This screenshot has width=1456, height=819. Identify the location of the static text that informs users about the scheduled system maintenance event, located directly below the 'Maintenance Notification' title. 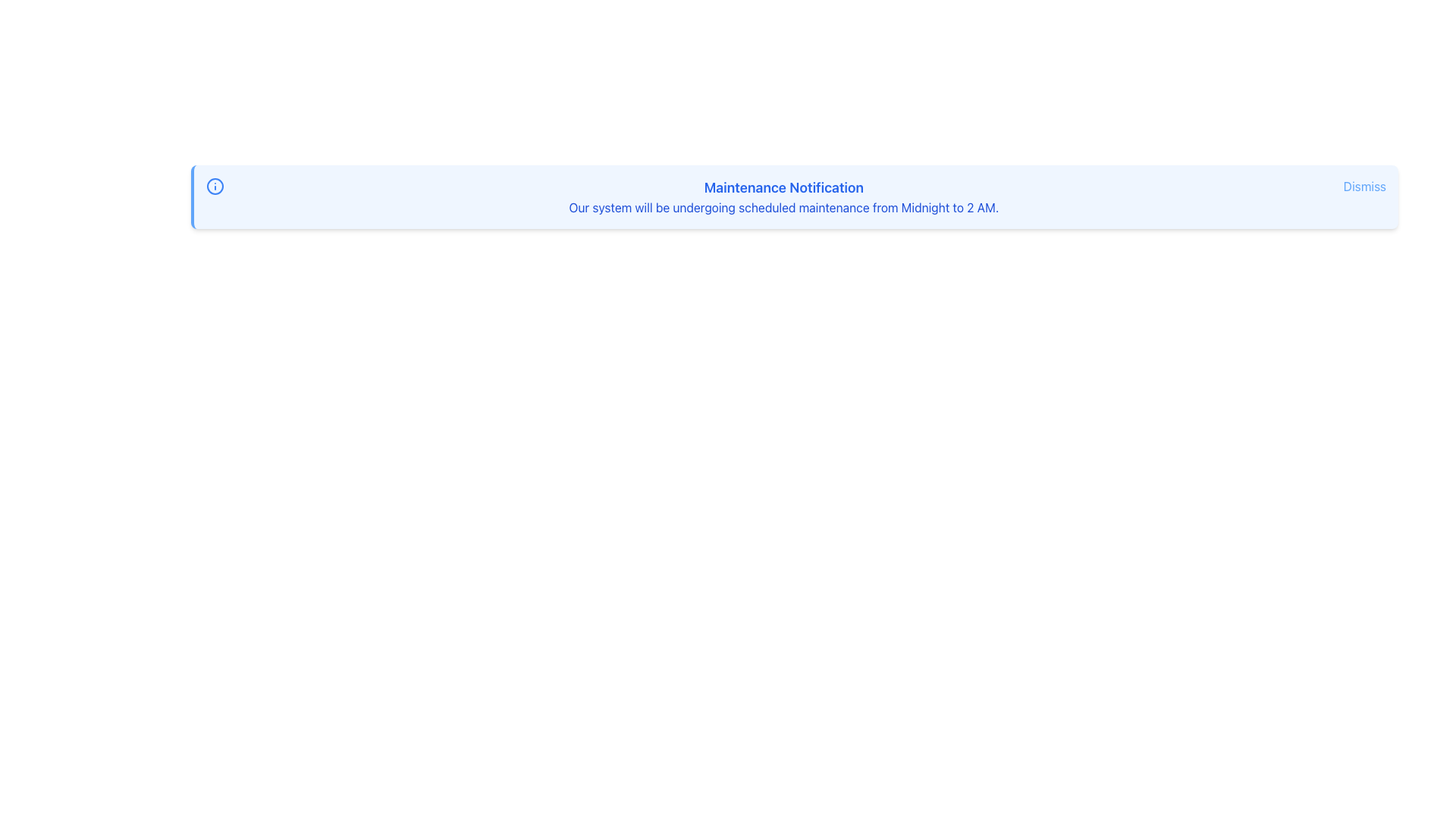
(783, 207).